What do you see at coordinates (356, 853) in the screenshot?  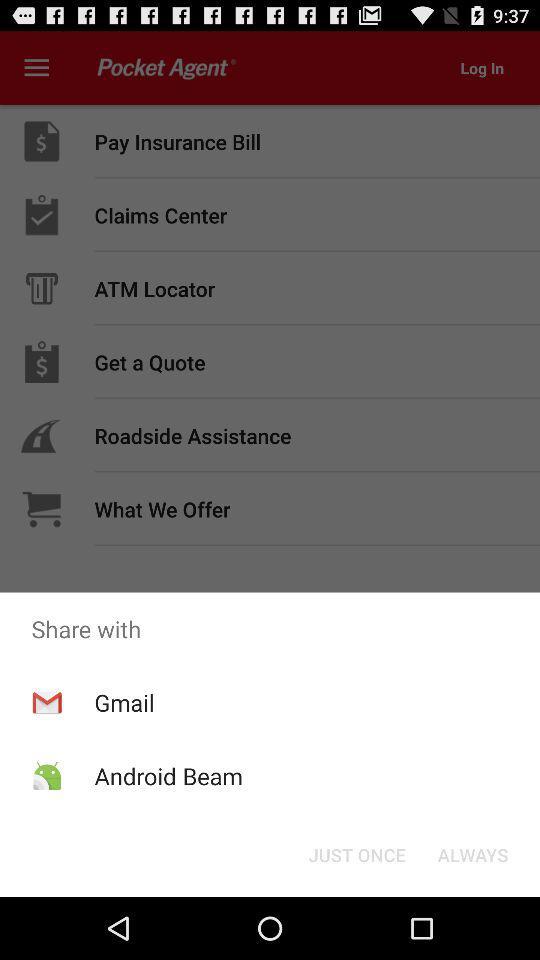 I see `the just once button` at bounding box center [356, 853].